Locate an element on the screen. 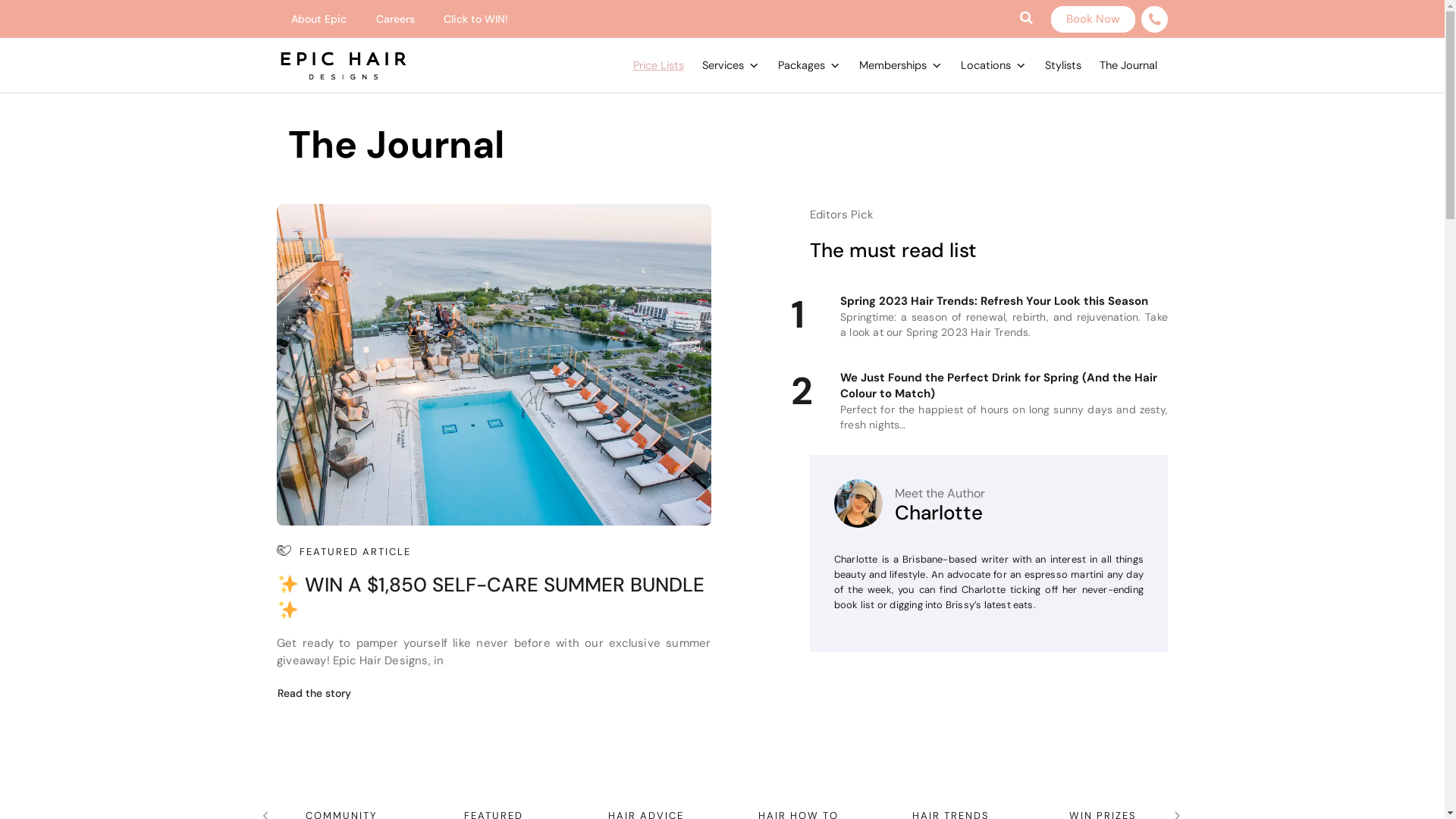 This screenshot has height=819, width=1456. 'Careers' is located at coordinates (394, 19).